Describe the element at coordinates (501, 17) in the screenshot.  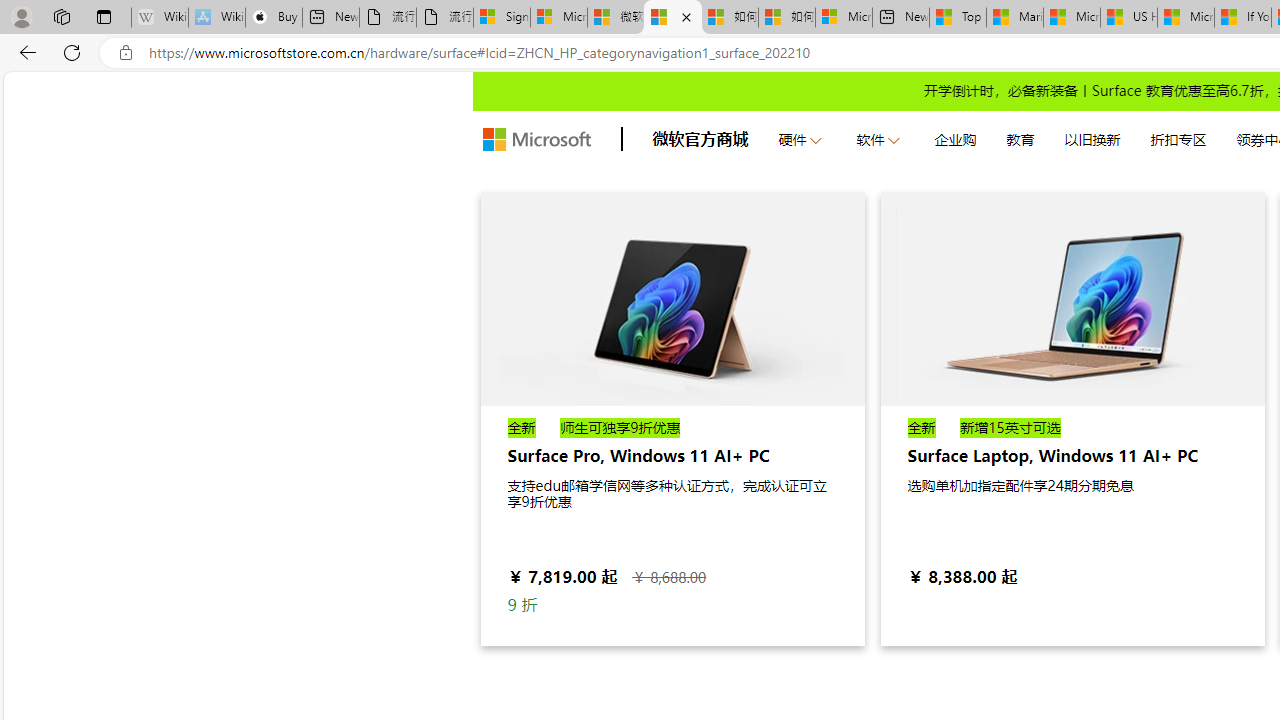
I see `'Sign in to your Microsoft account'` at that location.